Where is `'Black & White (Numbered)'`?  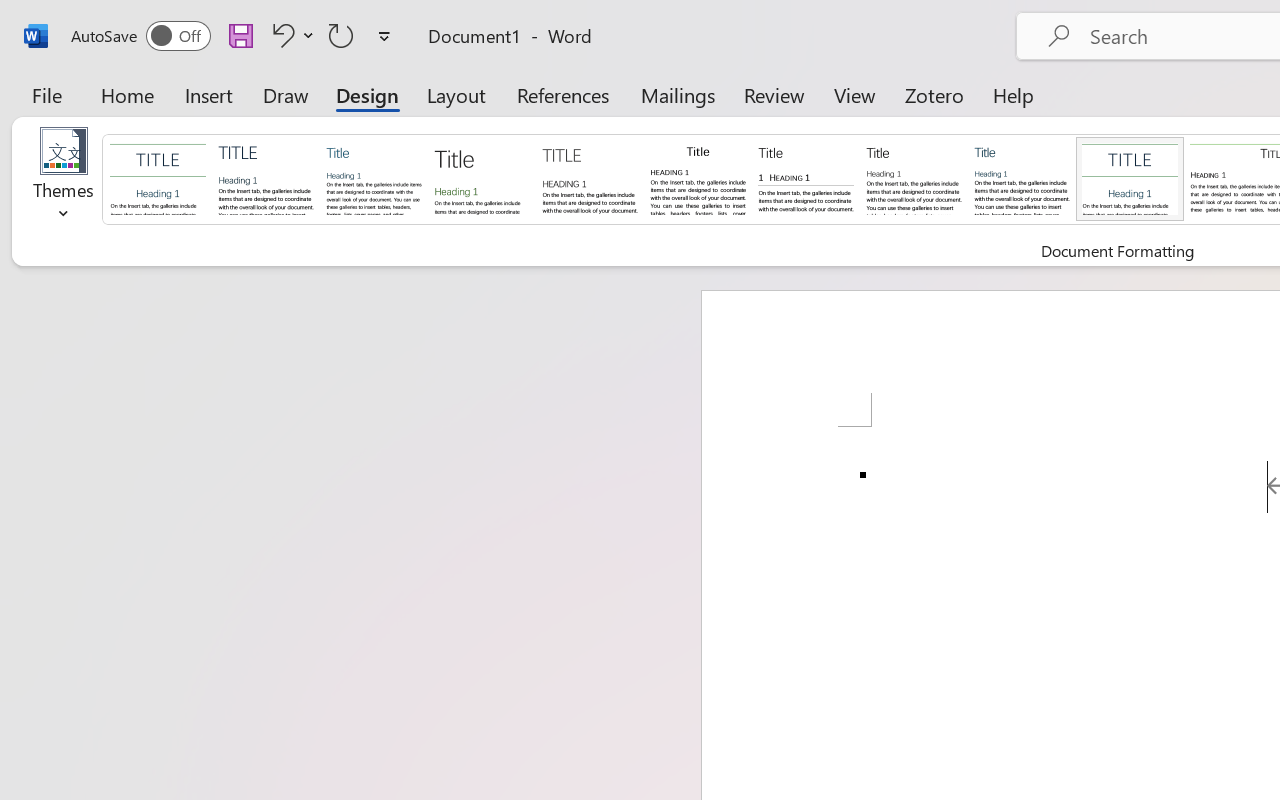
'Black & White (Numbered)' is located at coordinates (806, 177).